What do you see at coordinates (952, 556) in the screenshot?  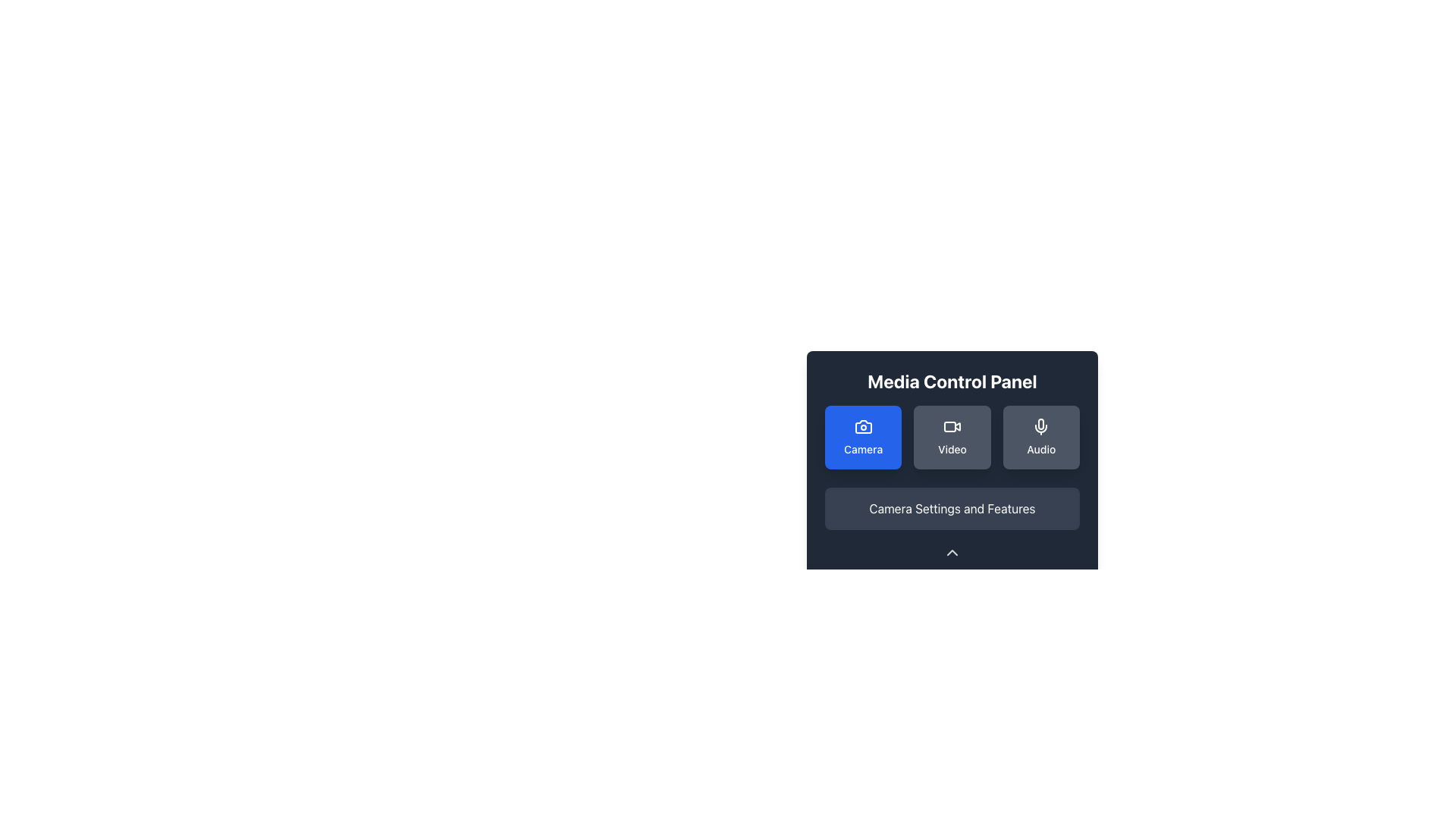 I see `the upward scrolling icon located at the bottom center of the Media Control Panel` at bounding box center [952, 556].